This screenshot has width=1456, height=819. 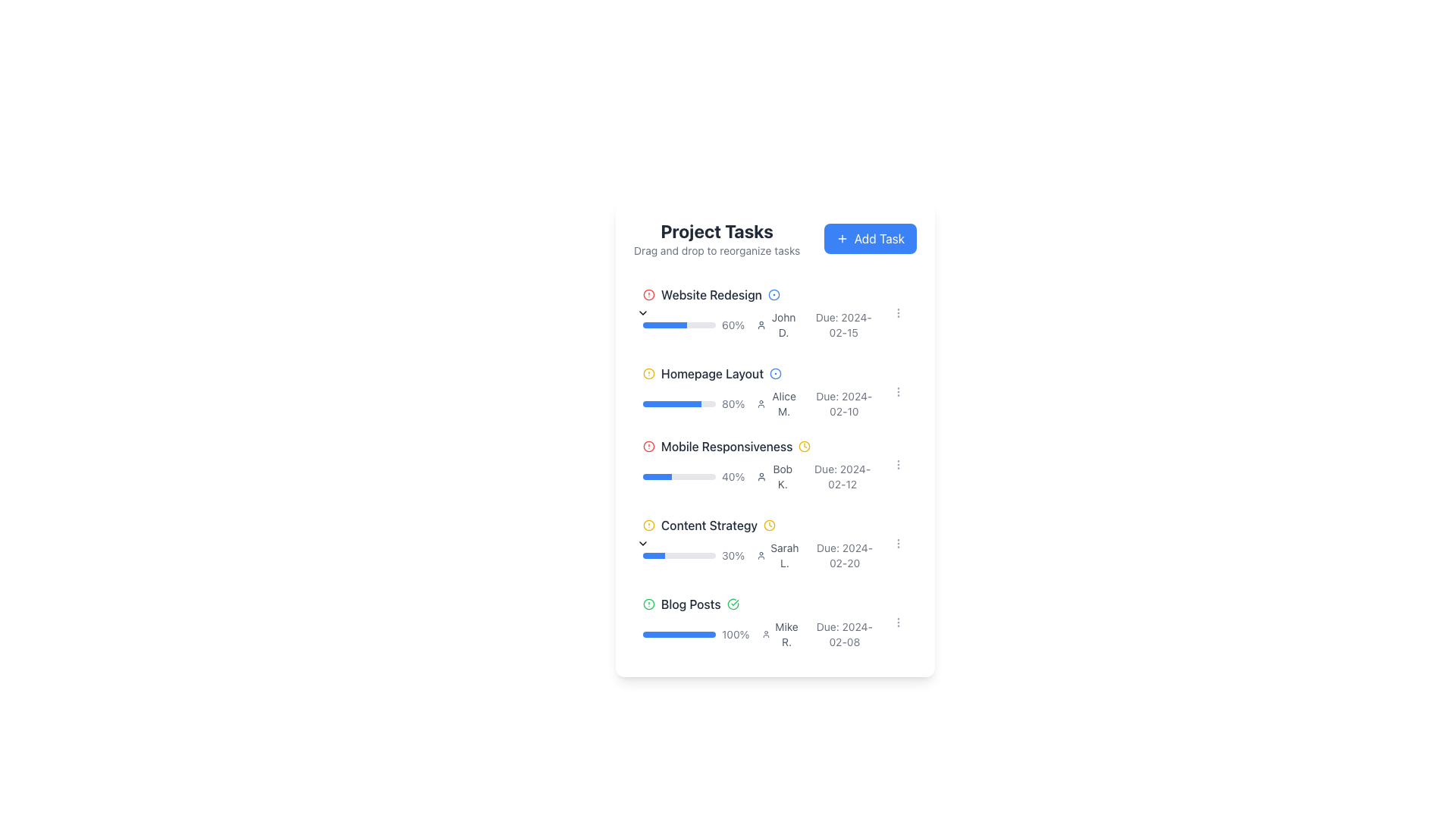 I want to click on the success indicator icon for 'Blog Posts', located towards the right of the row, adjacent to the text 'Blog Posts', so click(x=733, y=604).